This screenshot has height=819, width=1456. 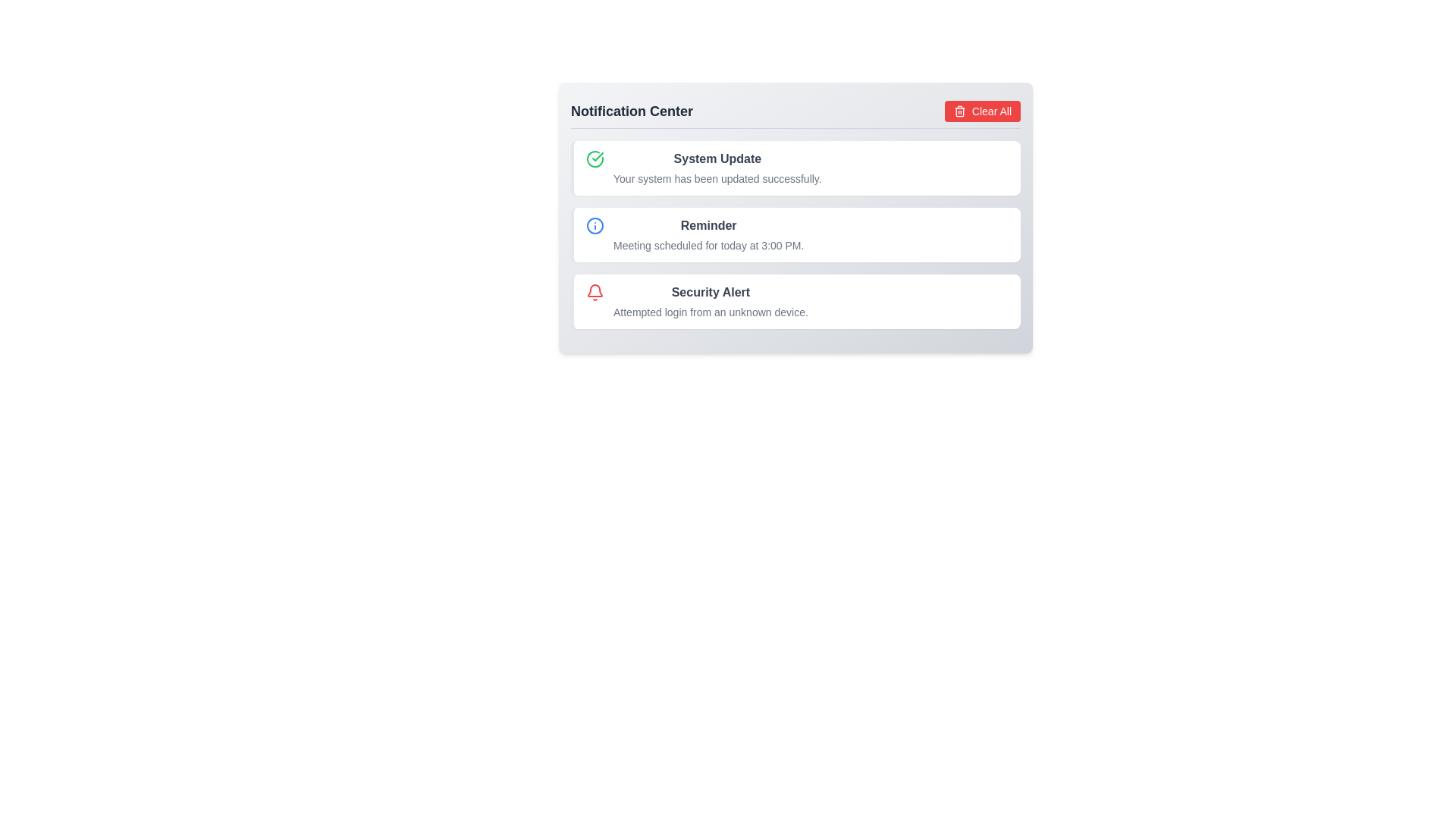 What do you see at coordinates (795, 234) in the screenshot?
I see `the second notification card in the Notification Center that reminds about a meeting scheduled for today at 3:00 PM` at bounding box center [795, 234].